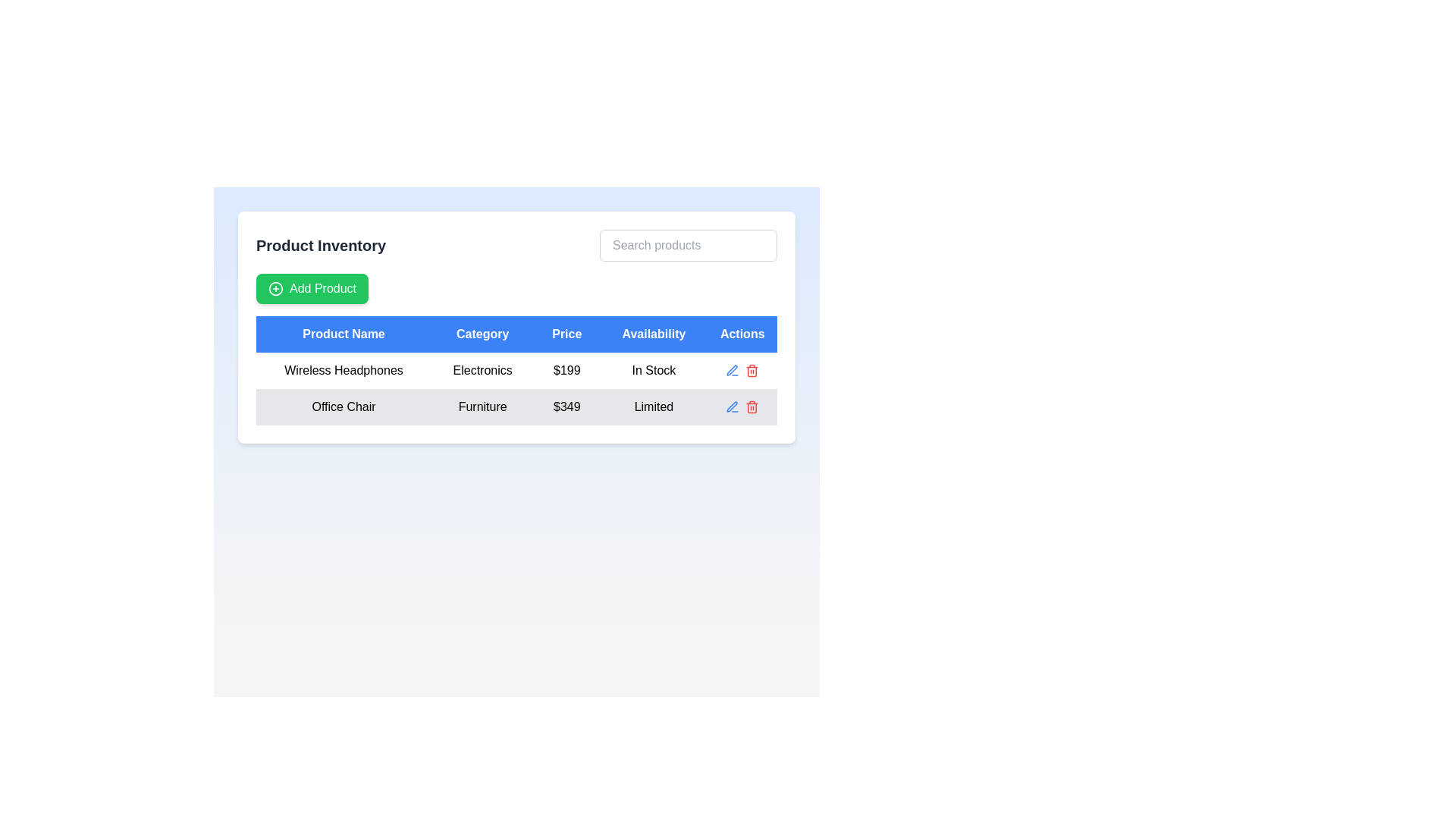 This screenshot has height=819, width=1456. I want to click on the pen-like icon button in the 'Actions' column for the 'Wireless Headphones' entry, so click(732, 406).